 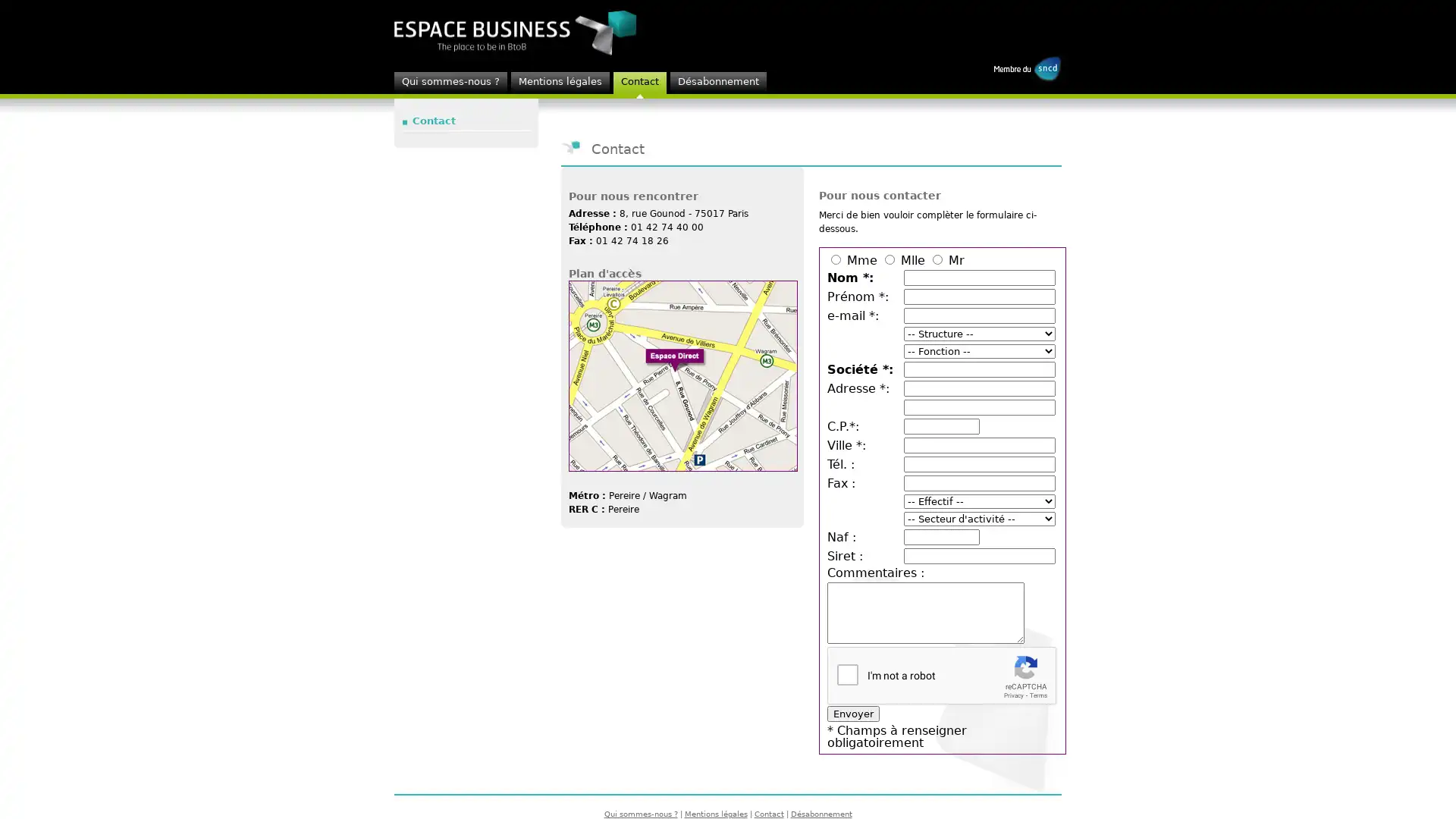 I want to click on Envoyer, so click(x=853, y=714).